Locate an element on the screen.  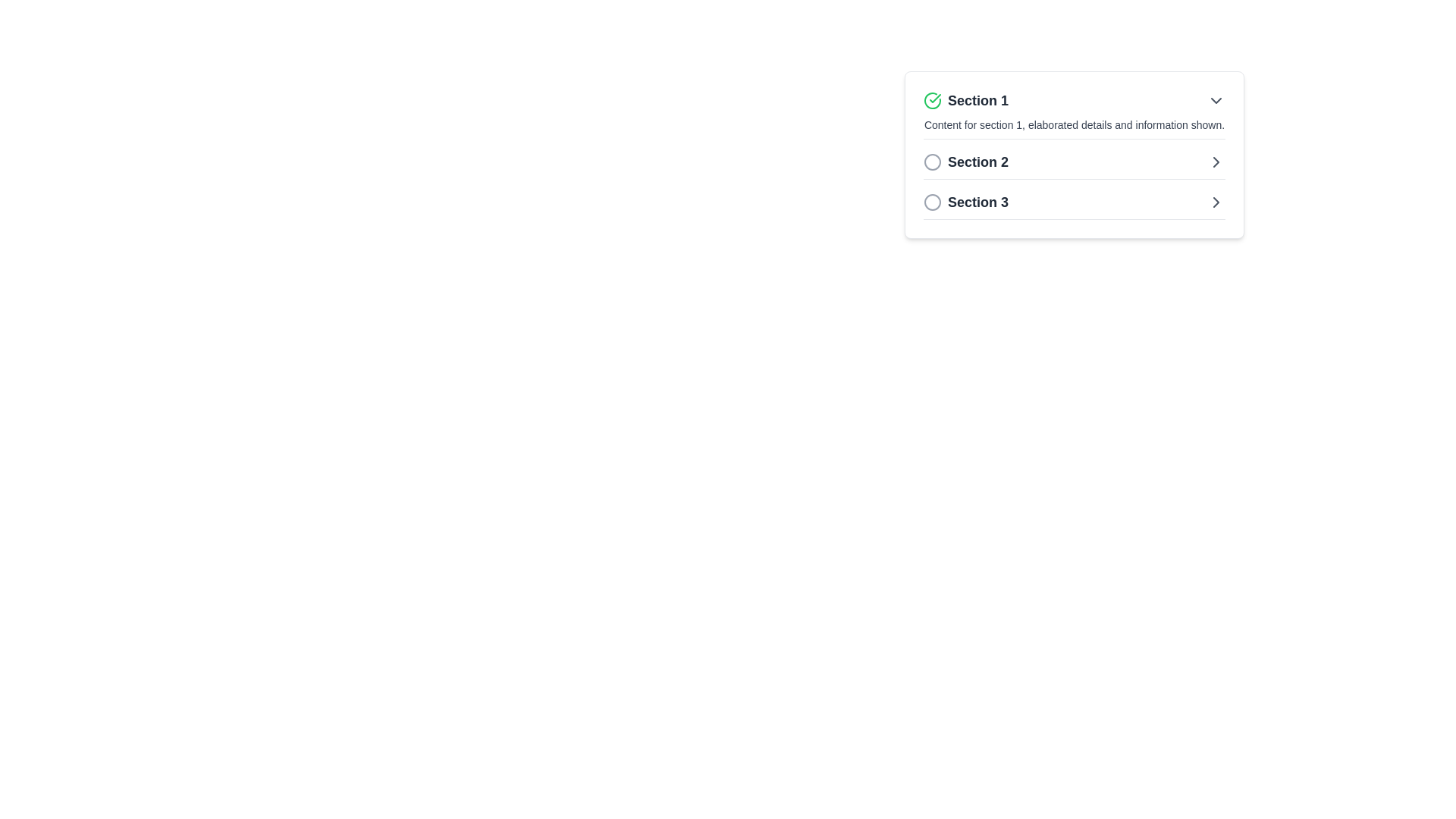
the text header labeled 'Section 2' is located at coordinates (965, 162).